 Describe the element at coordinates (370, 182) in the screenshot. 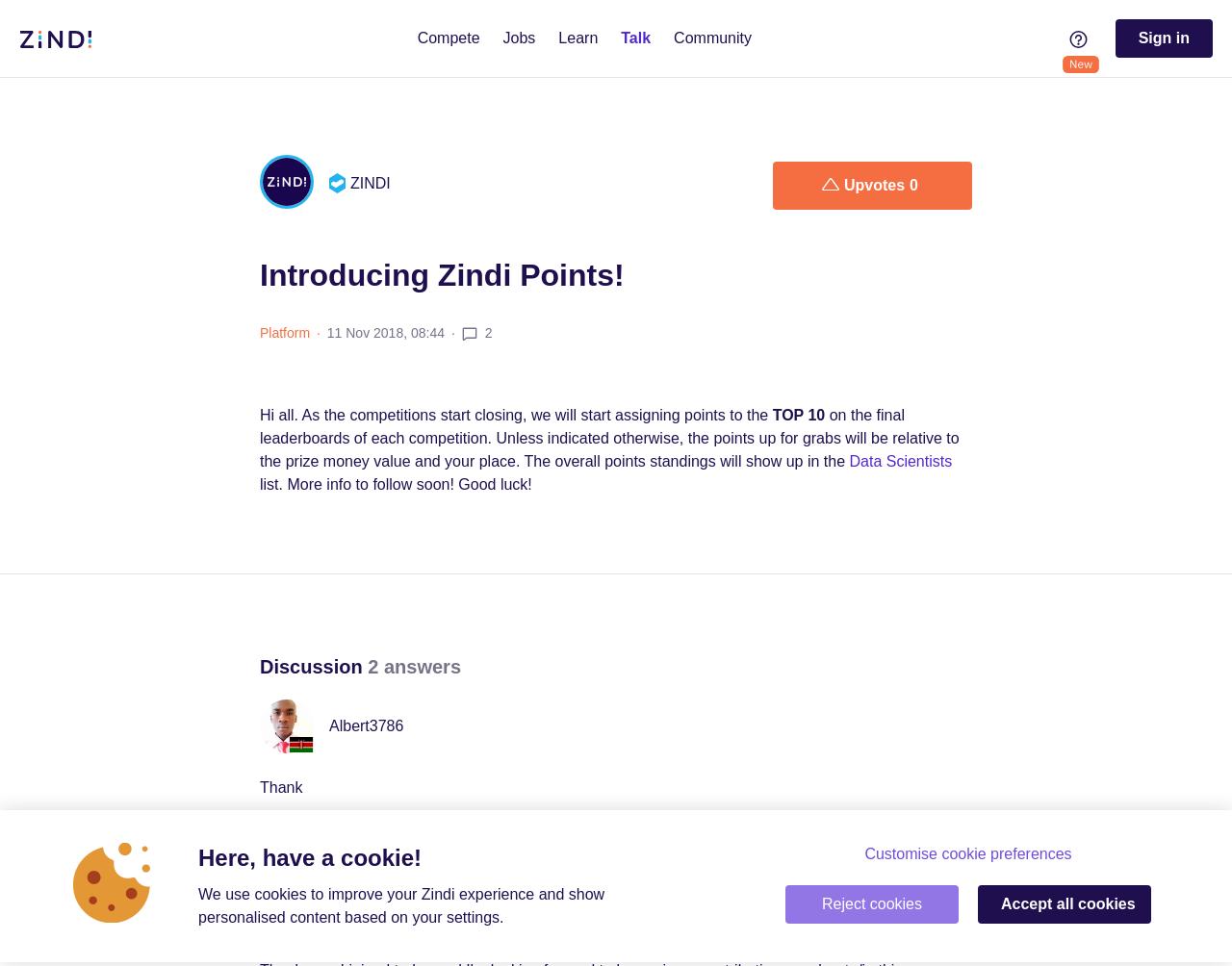

I see `'ZINDI'` at that location.